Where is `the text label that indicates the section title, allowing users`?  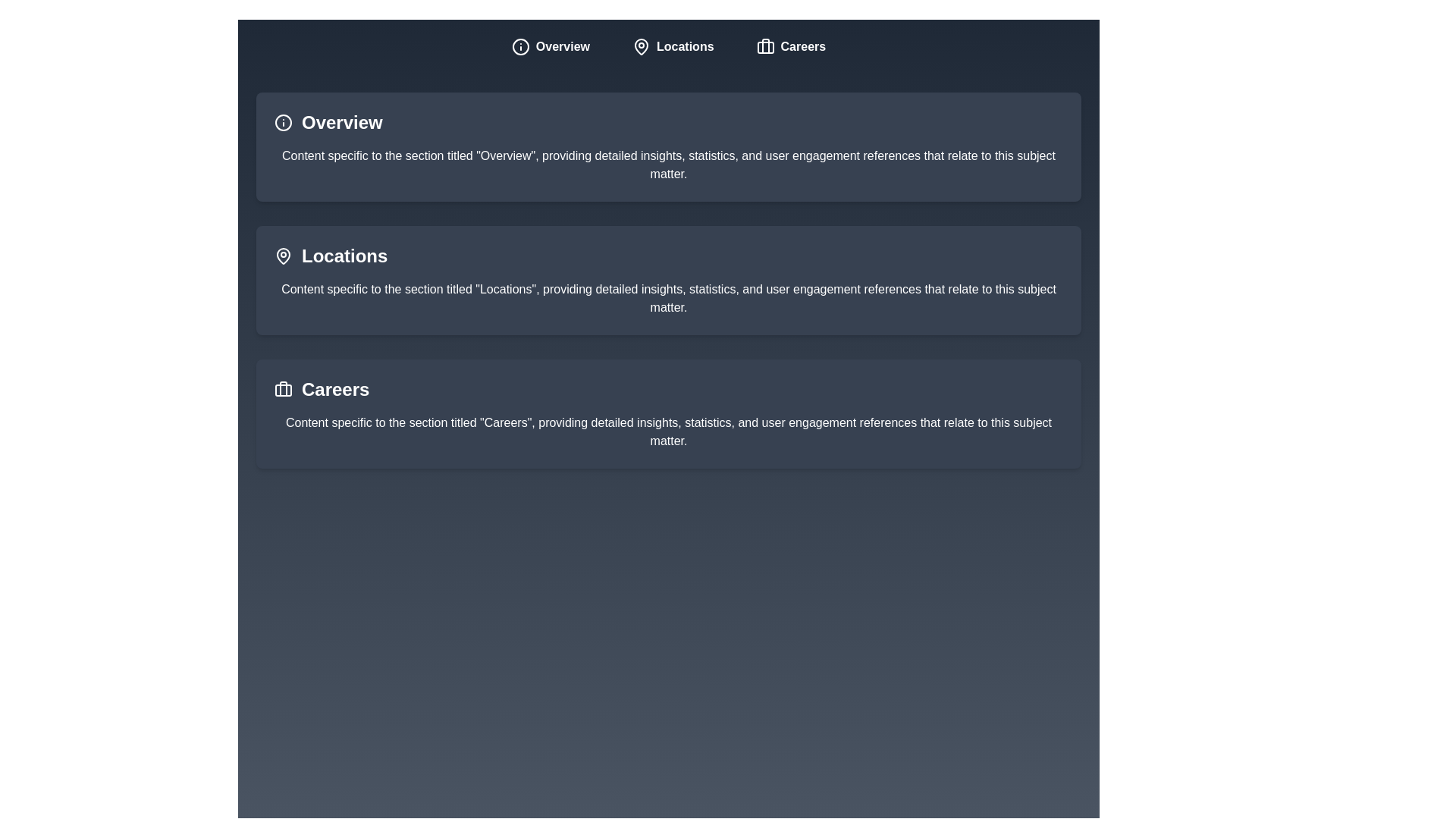
the text label that indicates the section title, allowing users is located at coordinates (341, 122).